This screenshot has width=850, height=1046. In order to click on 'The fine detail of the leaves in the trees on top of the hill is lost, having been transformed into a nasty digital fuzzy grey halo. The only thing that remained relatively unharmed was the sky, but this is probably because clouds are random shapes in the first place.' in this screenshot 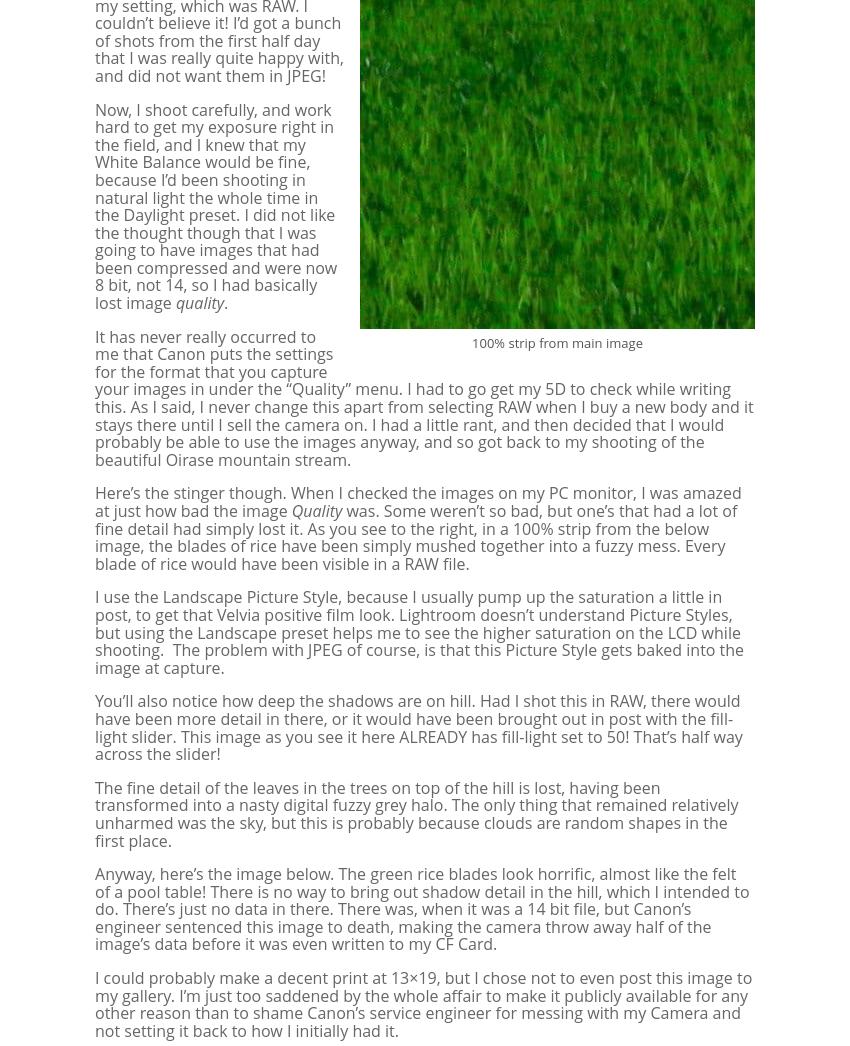, I will do `click(416, 813)`.